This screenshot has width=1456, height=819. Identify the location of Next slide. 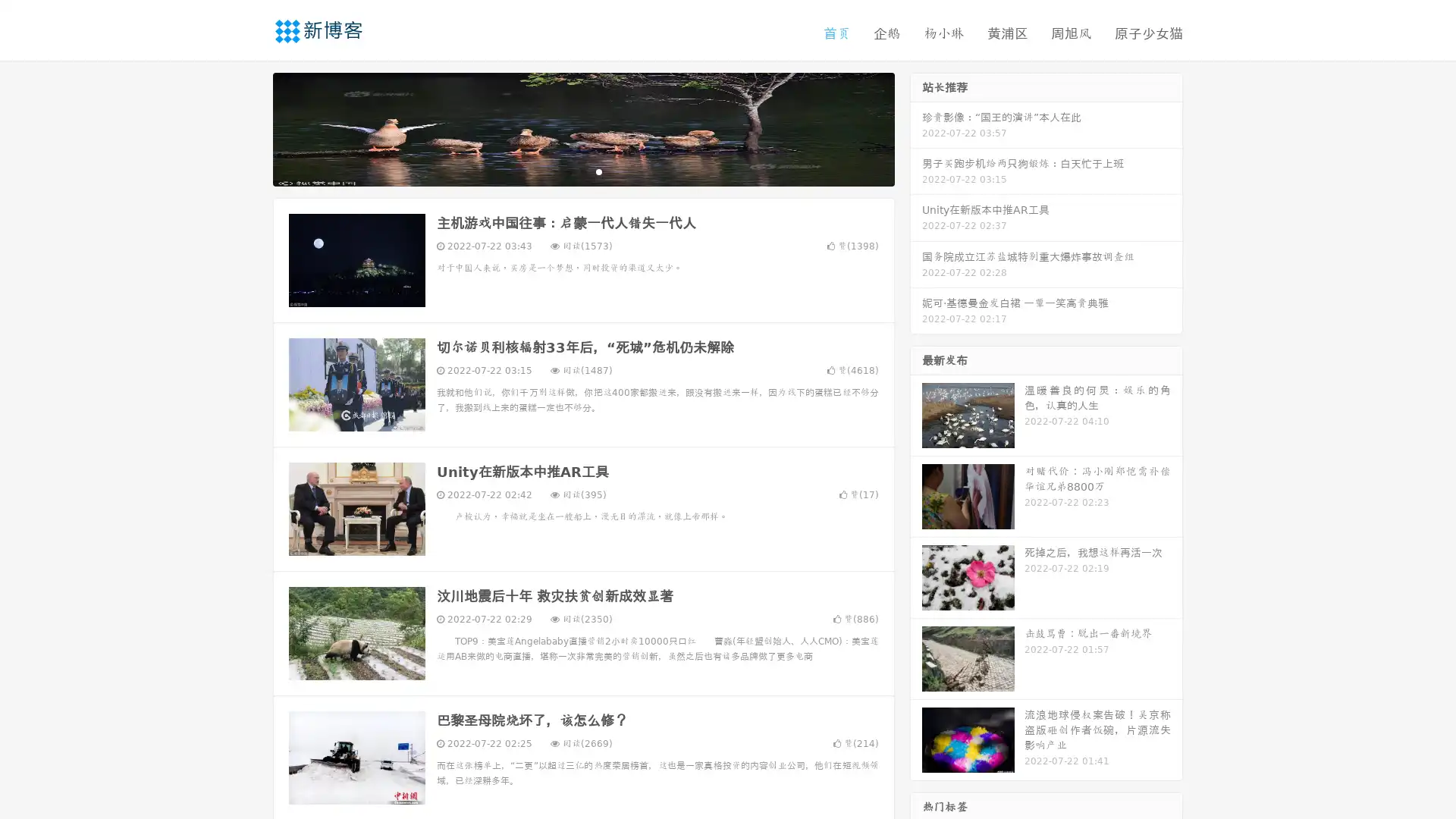
(916, 127).